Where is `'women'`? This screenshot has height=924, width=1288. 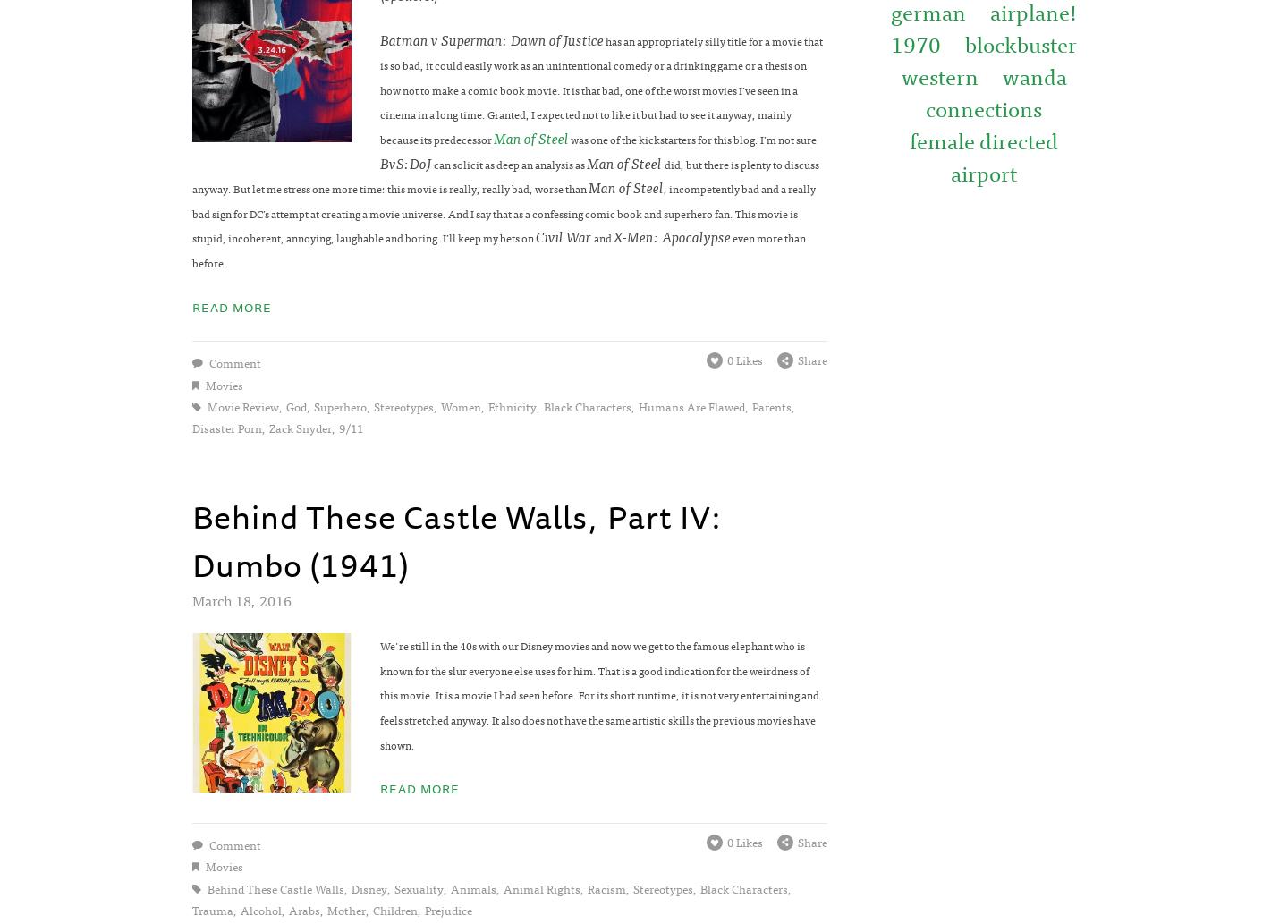
'women' is located at coordinates (459, 405).